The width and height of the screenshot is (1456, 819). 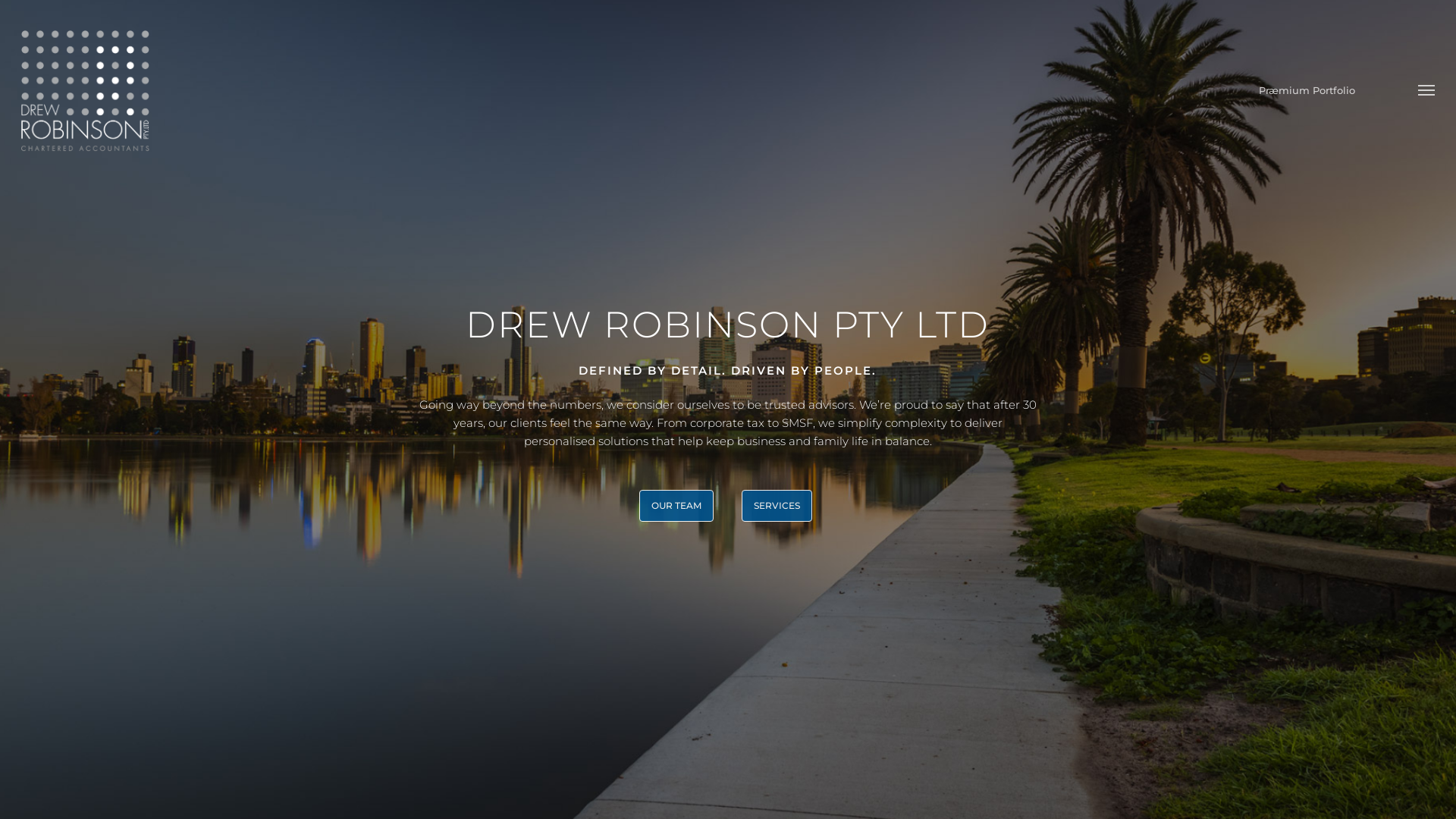 I want to click on 'OUR TEAM', so click(x=676, y=506).